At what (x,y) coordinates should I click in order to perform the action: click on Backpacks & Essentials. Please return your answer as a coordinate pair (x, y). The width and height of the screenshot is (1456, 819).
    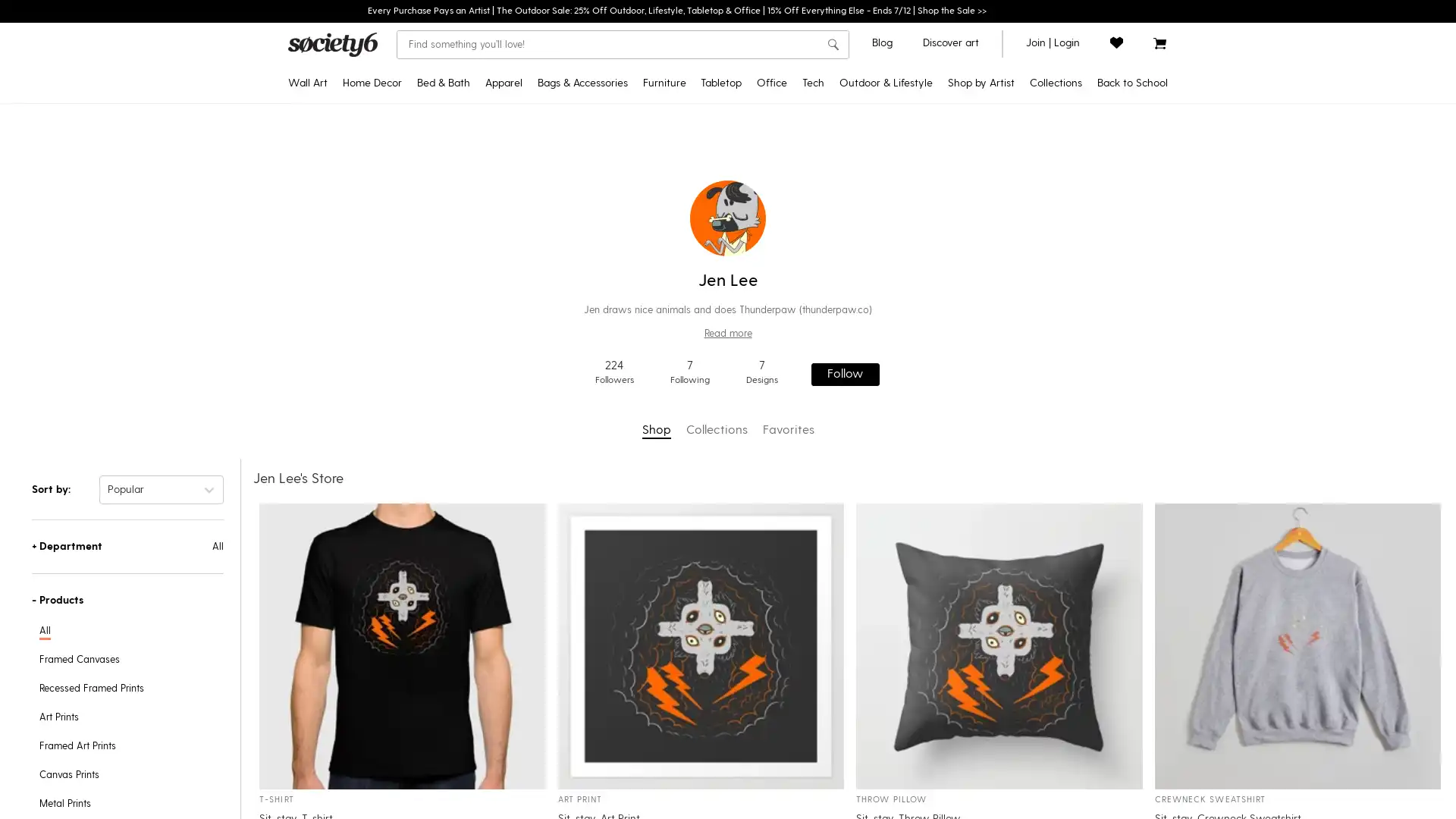
    Looking at the image, I should click on (1090, 219).